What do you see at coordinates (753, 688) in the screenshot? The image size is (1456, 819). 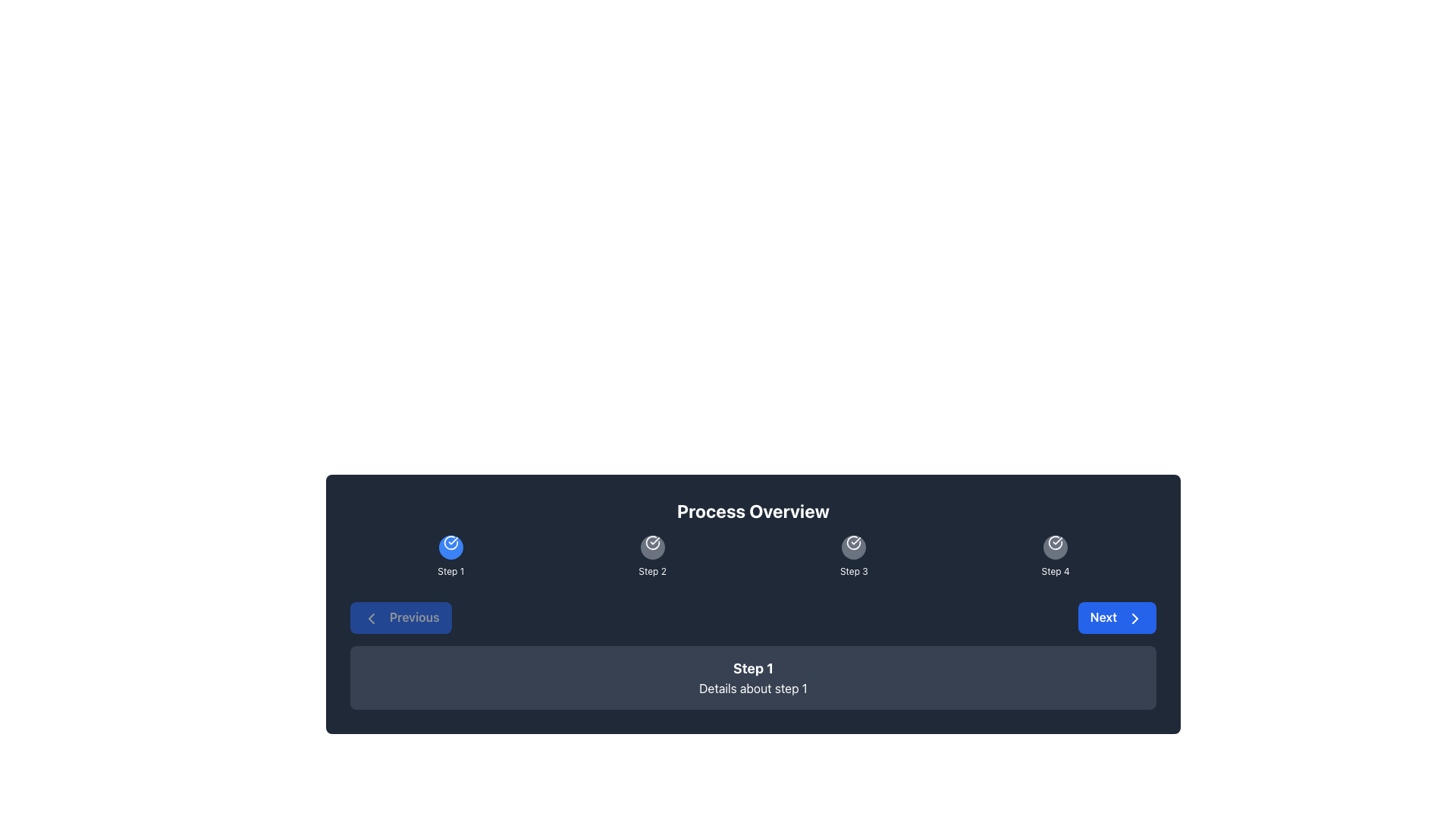 I see `the static text element displaying 'Details about step 1', which is located beneath the bold title 'Step 1' in a dark-themed interface` at bounding box center [753, 688].